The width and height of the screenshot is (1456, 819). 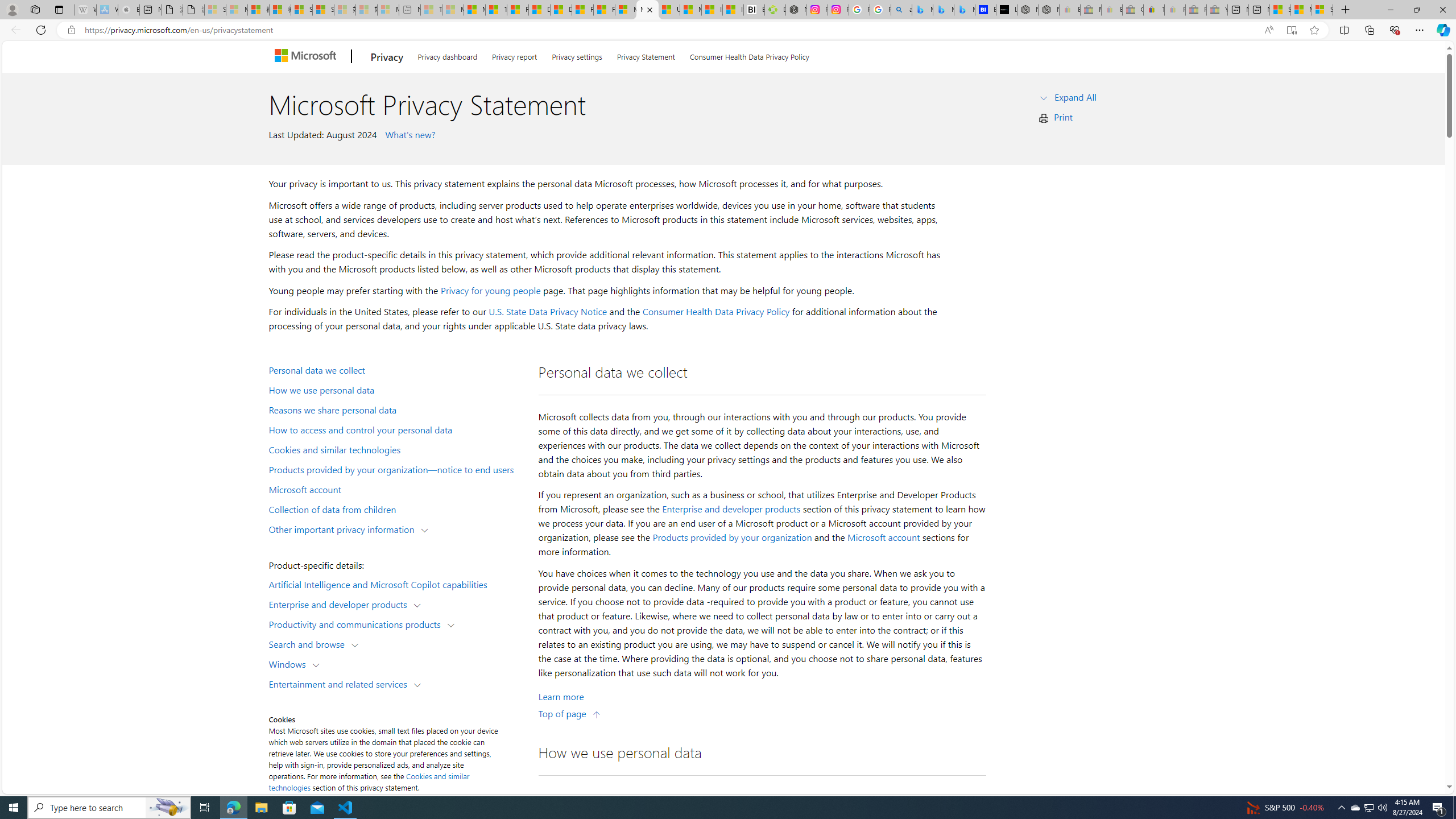 I want to click on 'Personal data we collect', so click(x=396, y=369).